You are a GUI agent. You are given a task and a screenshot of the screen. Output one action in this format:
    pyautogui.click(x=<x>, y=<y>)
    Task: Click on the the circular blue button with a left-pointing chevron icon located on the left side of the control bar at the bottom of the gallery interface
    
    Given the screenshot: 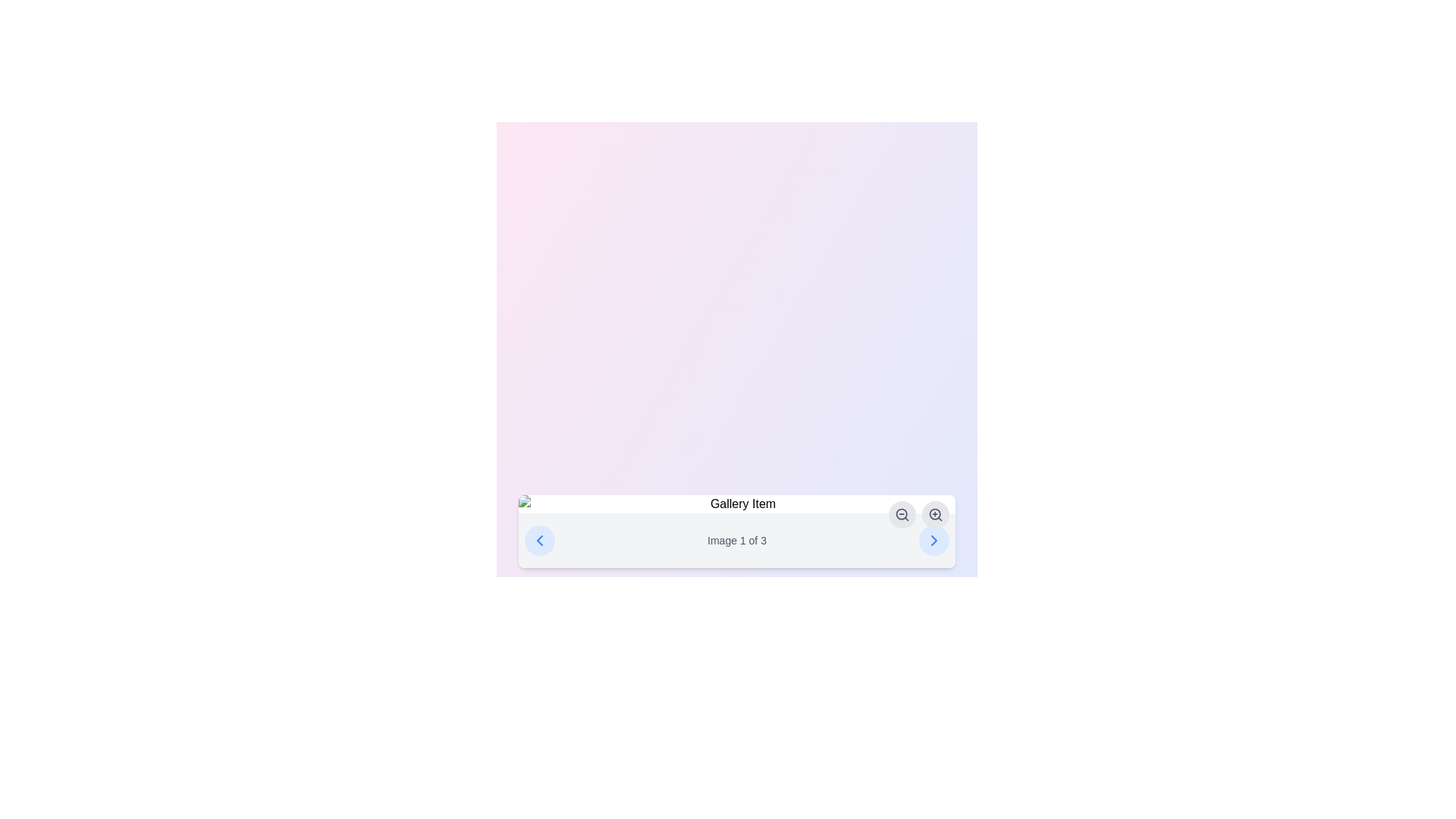 What is the action you would take?
    pyautogui.click(x=539, y=540)
    